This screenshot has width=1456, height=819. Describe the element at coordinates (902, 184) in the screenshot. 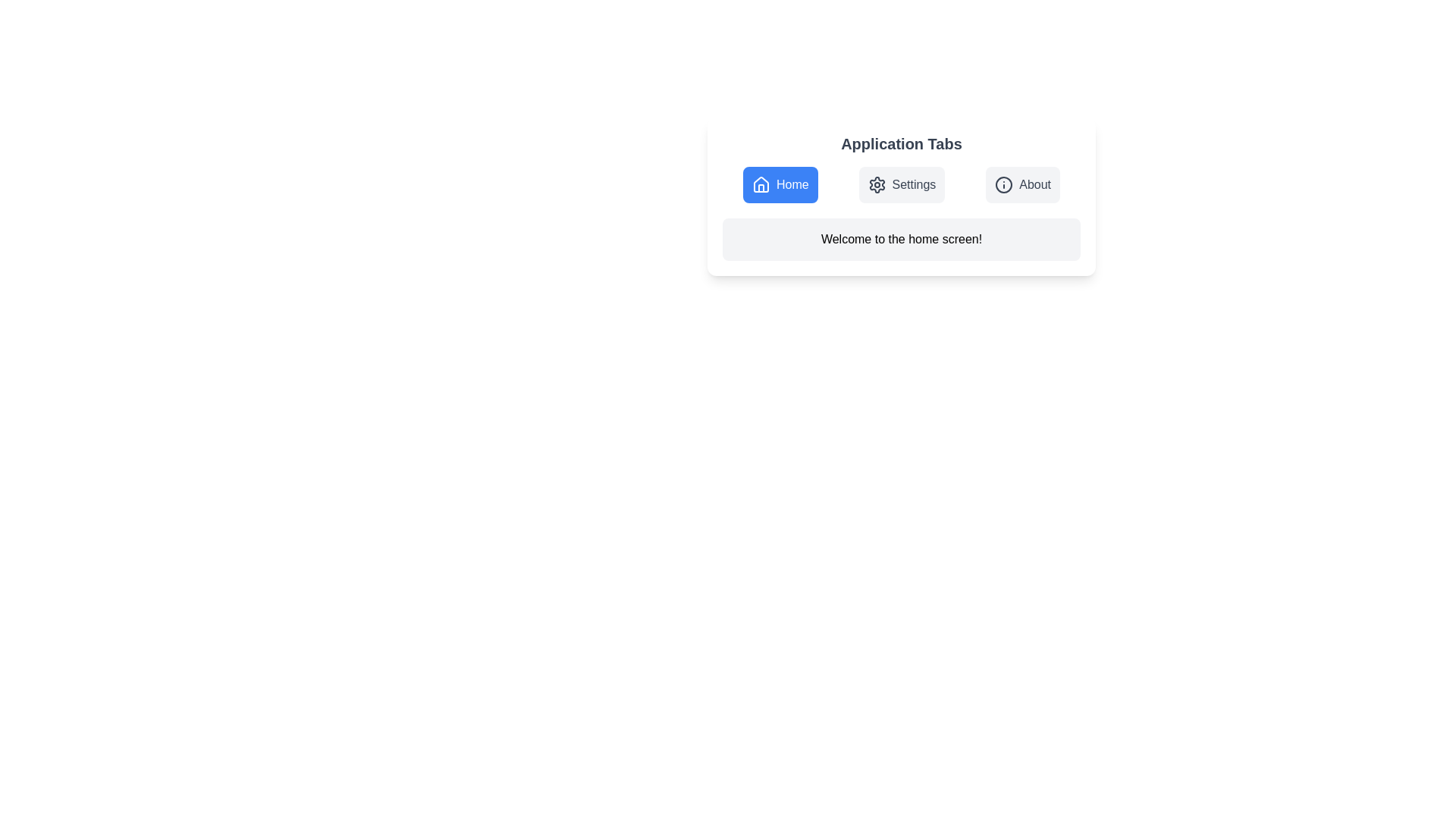

I see `the tab Settings to change the displayed content` at that location.